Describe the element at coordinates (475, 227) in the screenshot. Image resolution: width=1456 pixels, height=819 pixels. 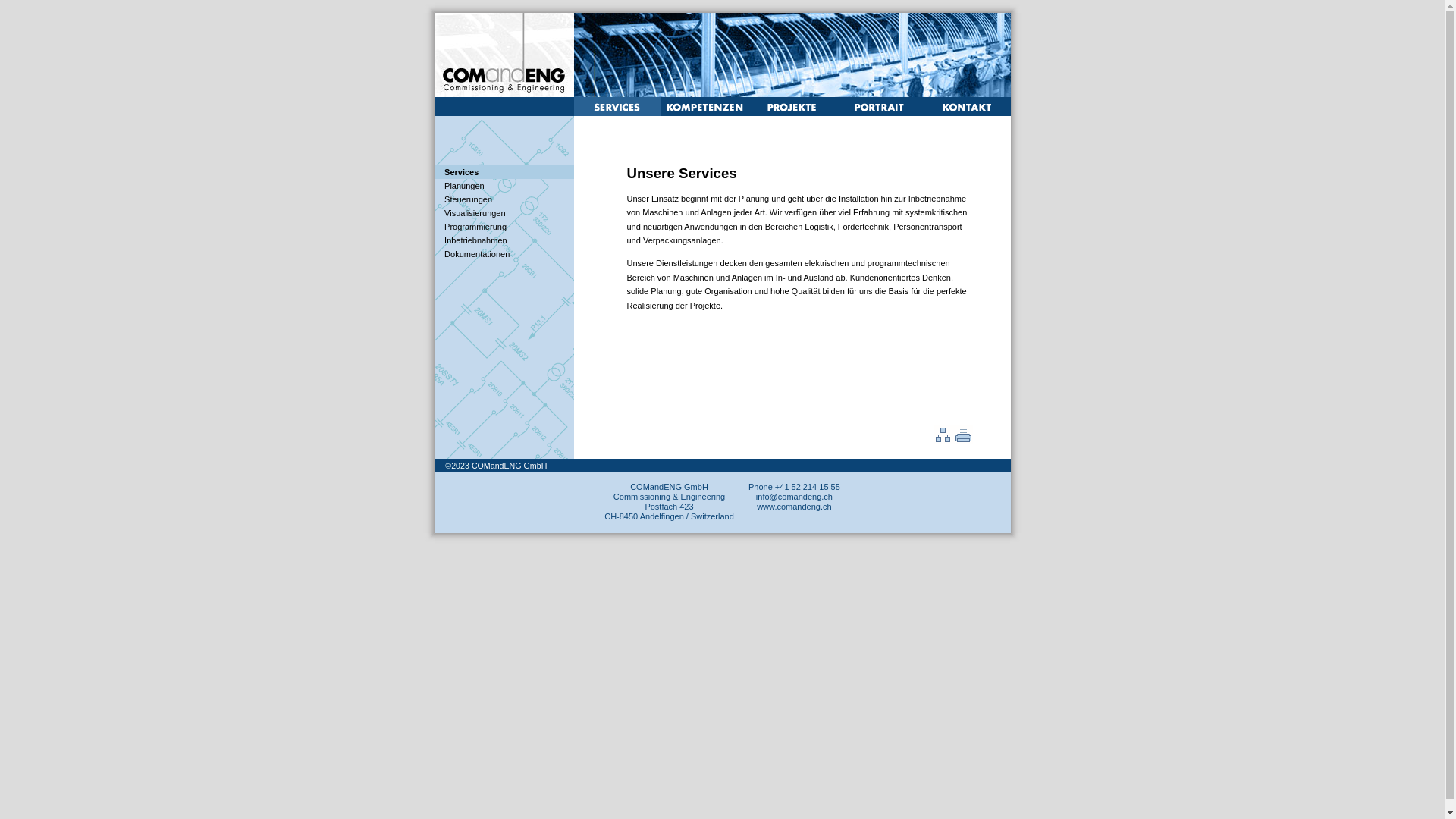
I see `'Programmierung'` at that location.